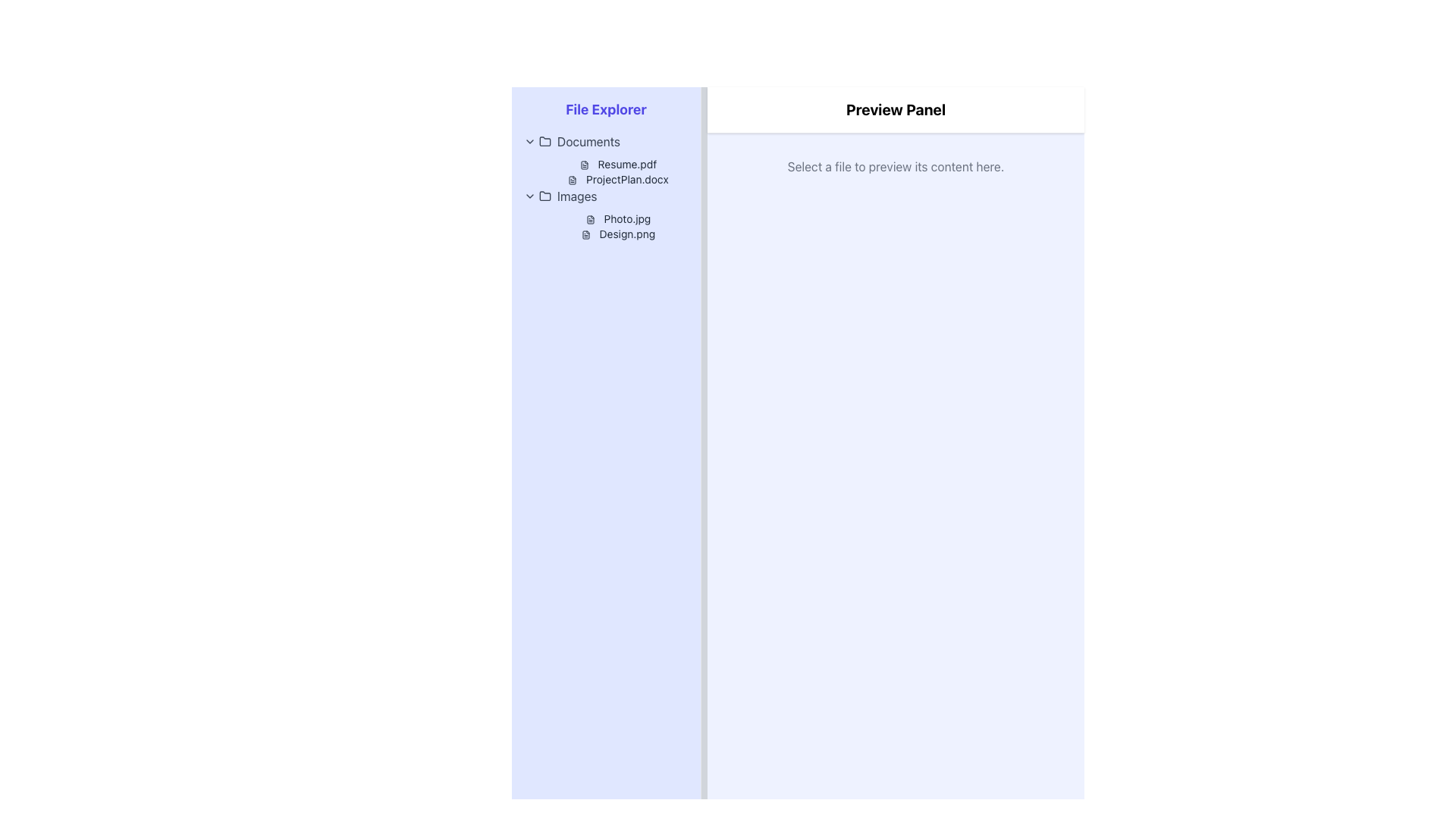  What do you see at coordinates (896, 166) in the screenshot?
I see `the static text label that informs the user about file selection and content preview in the top region of the preview panel` at bounding box center [896, 166].